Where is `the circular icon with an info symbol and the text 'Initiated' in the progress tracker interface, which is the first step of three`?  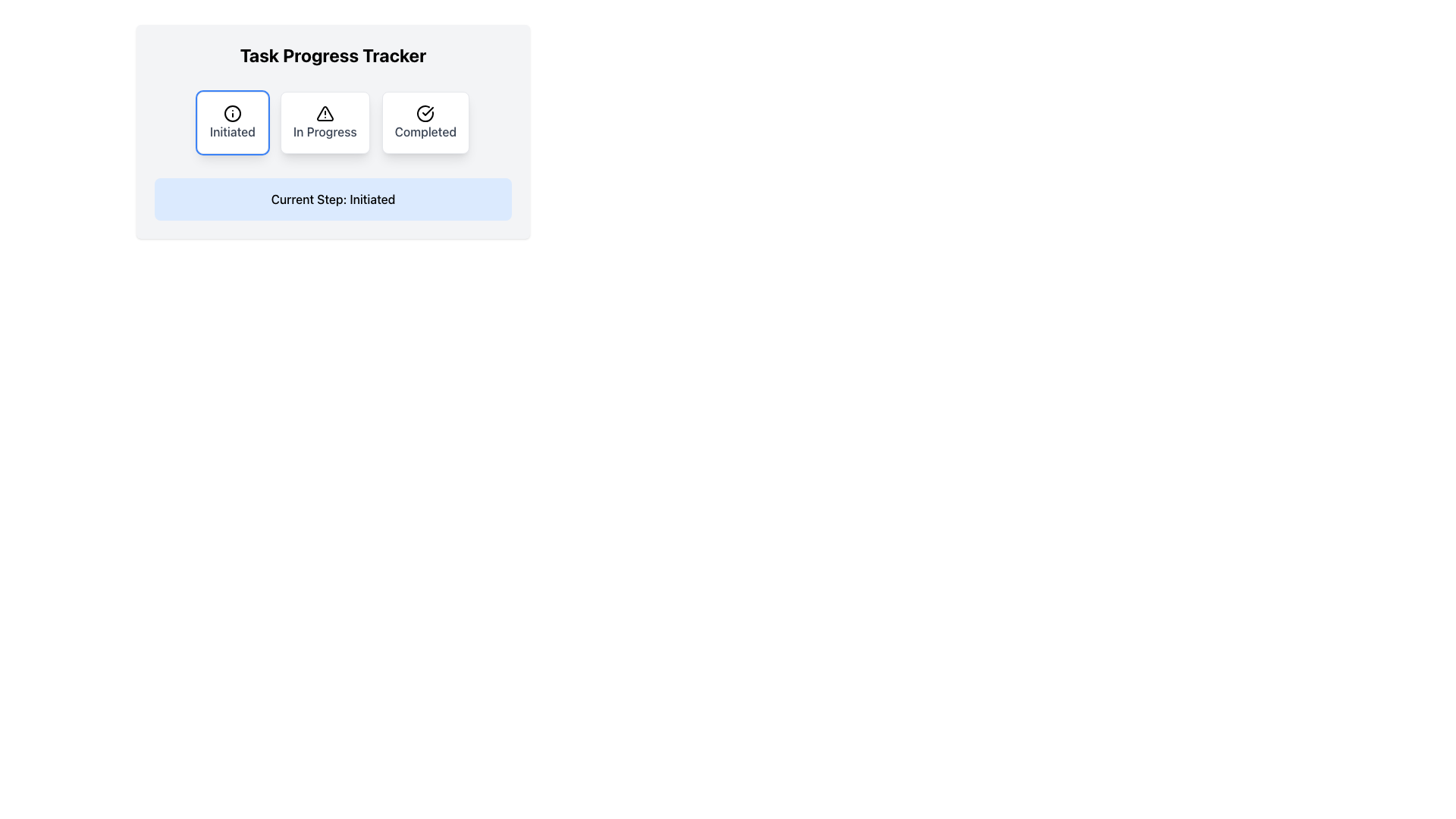 the circular icon with an info symbol and the text 'Initiated' in the progress tracker interface, which is the first step of three is located at coordinates (232, 122).